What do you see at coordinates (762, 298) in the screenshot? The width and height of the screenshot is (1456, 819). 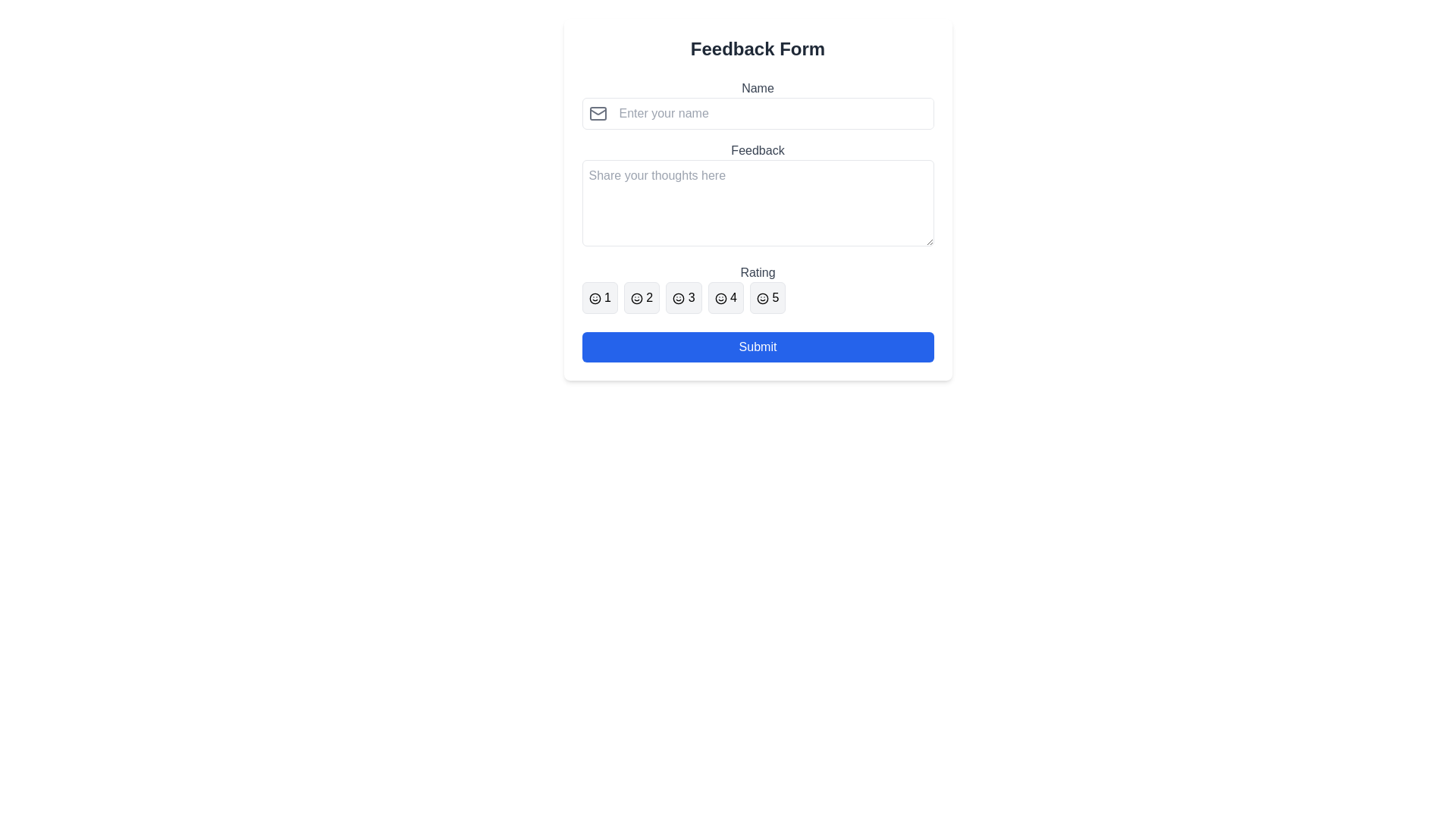 I see `the small circular smiley face icon that represents a rating of 5, located in the fifth position among the rating icons` at bounding box center [762, 298].